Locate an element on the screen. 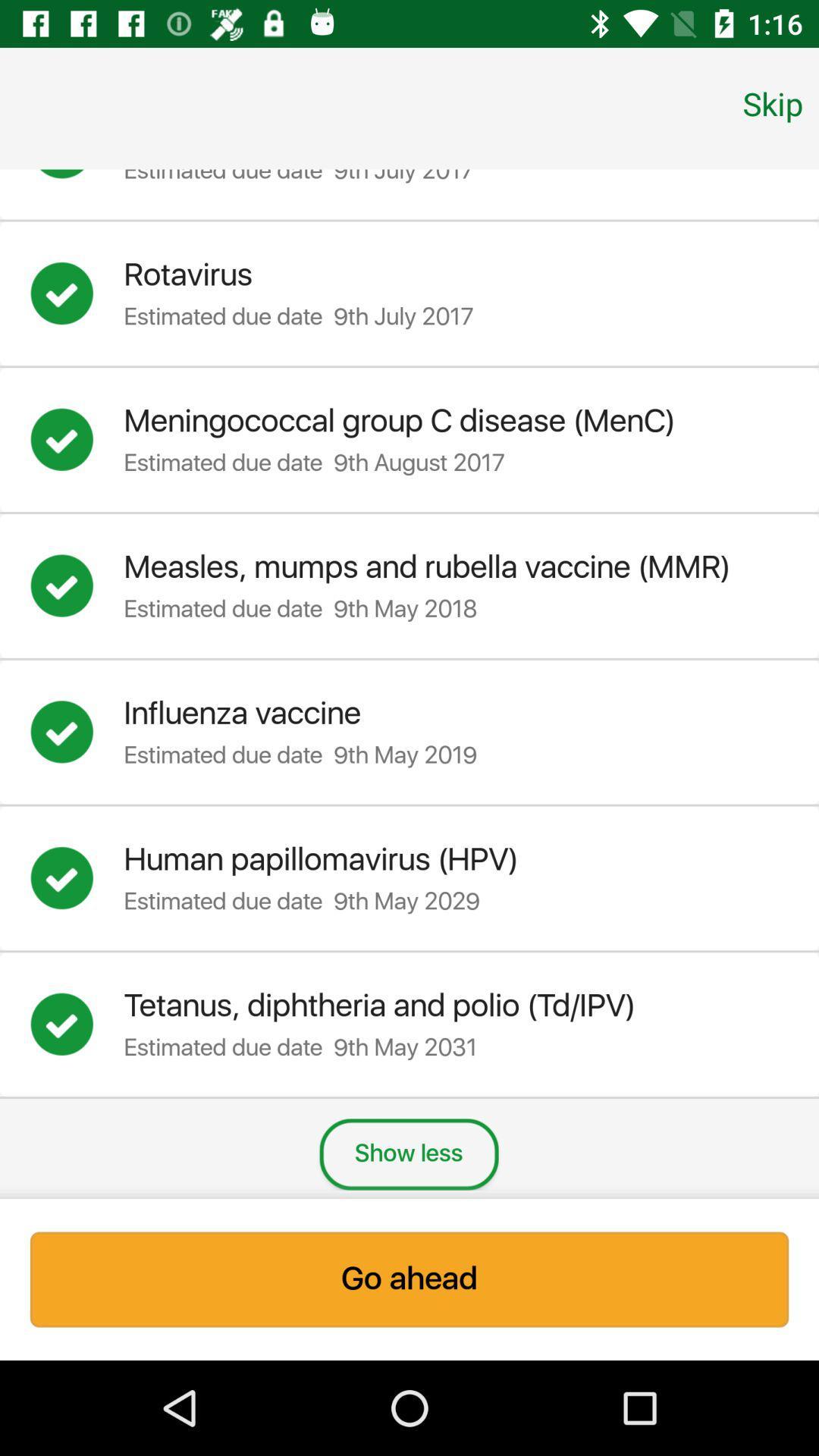 The image size is (819, 1456). option is located at coordinates (77, 179).